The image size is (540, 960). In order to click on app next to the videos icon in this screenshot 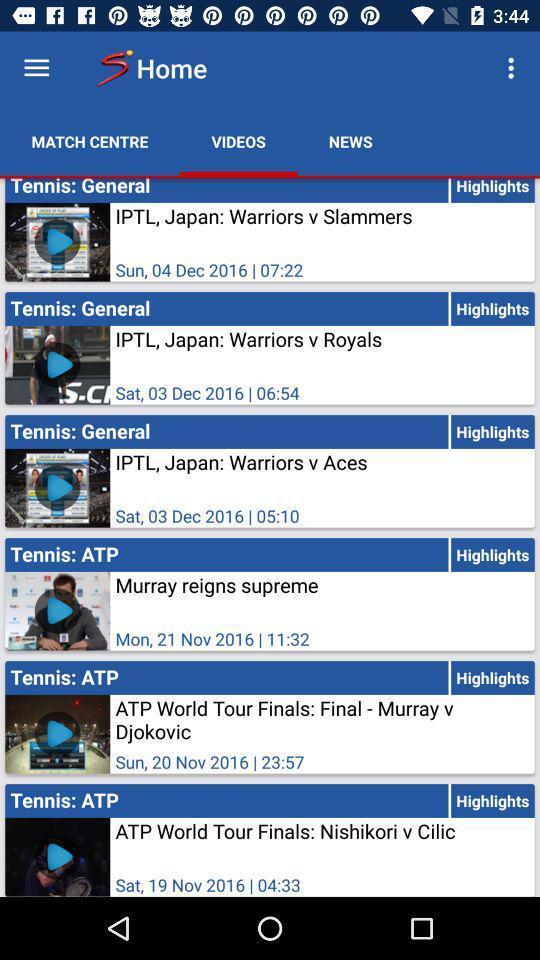, I will do `click(349, 140)`.